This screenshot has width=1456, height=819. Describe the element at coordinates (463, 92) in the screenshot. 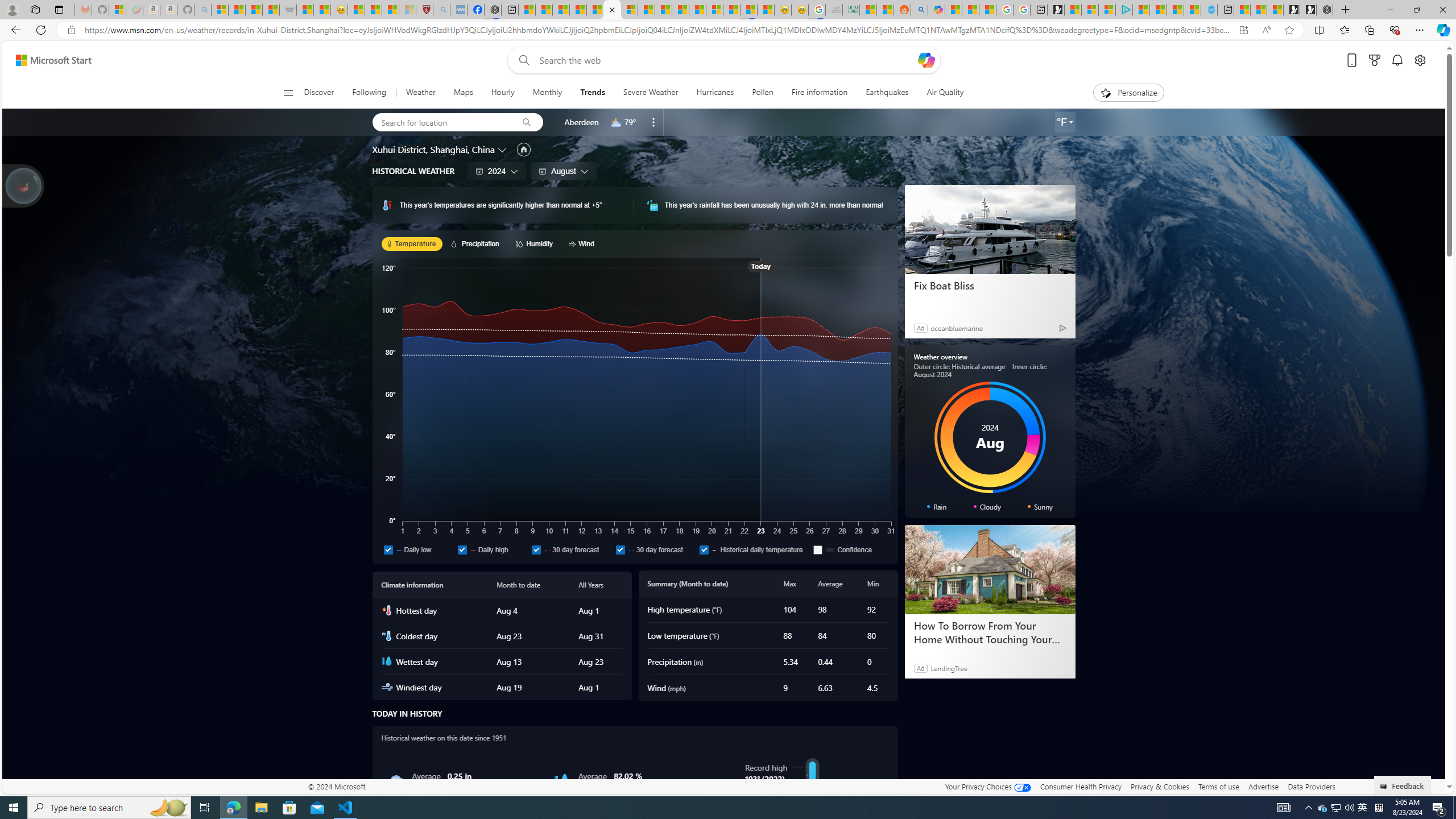

I see `'Maps'` at that location.